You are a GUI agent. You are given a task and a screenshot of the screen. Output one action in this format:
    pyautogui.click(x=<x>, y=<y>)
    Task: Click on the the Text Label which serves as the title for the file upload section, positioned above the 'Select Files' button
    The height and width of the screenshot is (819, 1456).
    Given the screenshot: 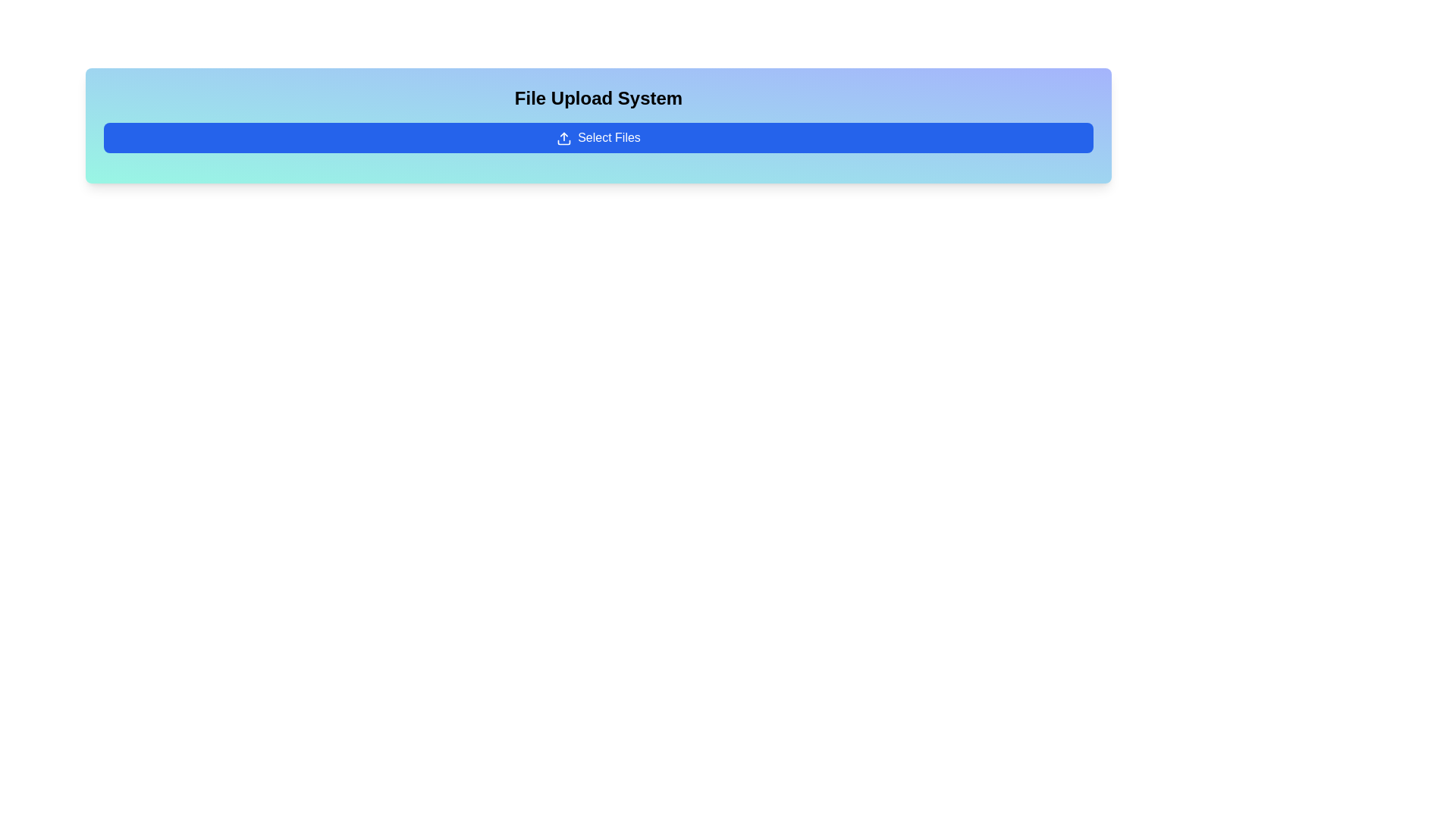 What is the action you would take?
    pyautogui.click(x=598, y=99)
    